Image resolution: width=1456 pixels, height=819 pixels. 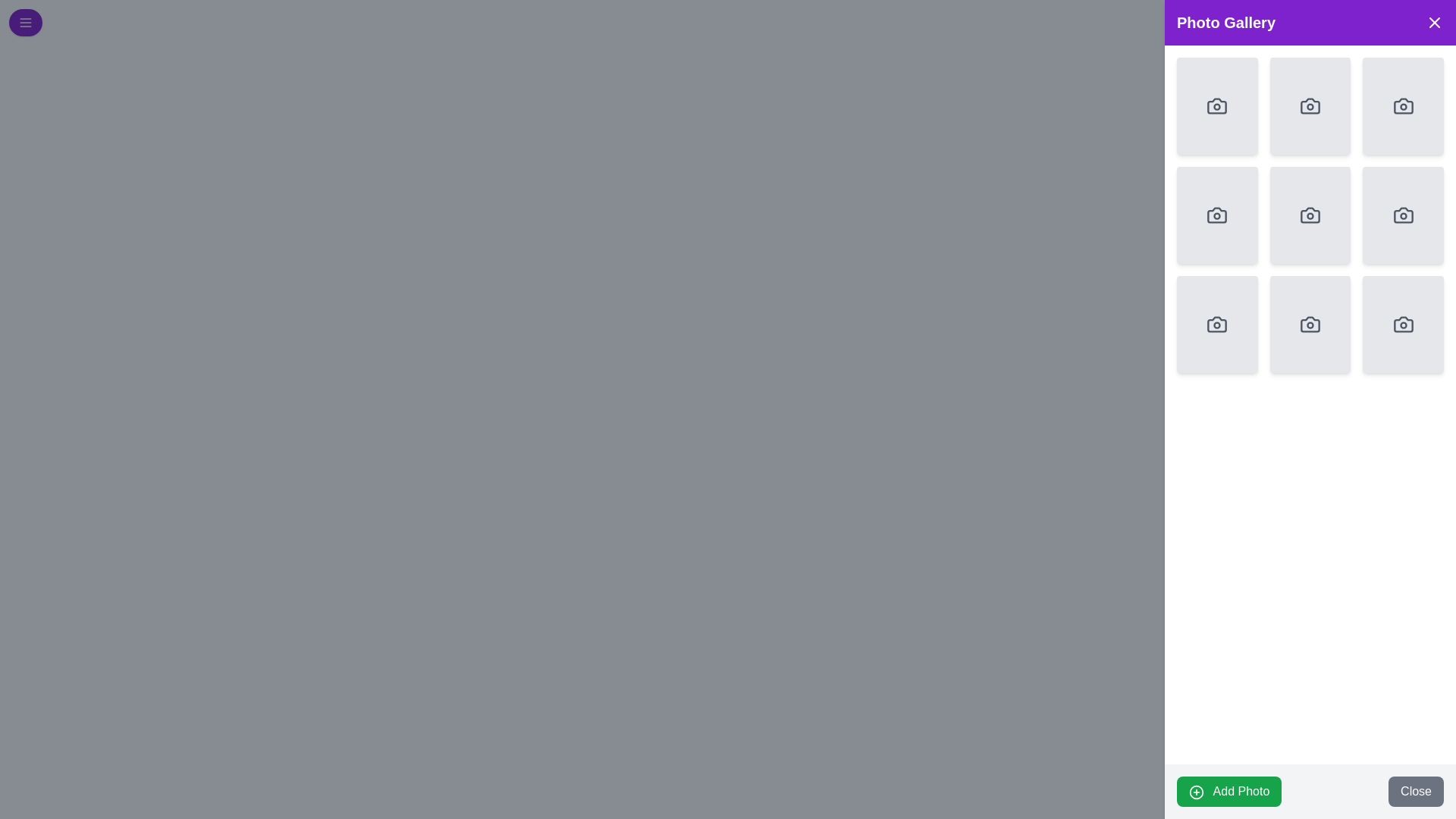 I want to click on the camera icon located in the top-left corner of the grid layout within the 'Photo Gallery' modal window, so click(x=1217, y=105).